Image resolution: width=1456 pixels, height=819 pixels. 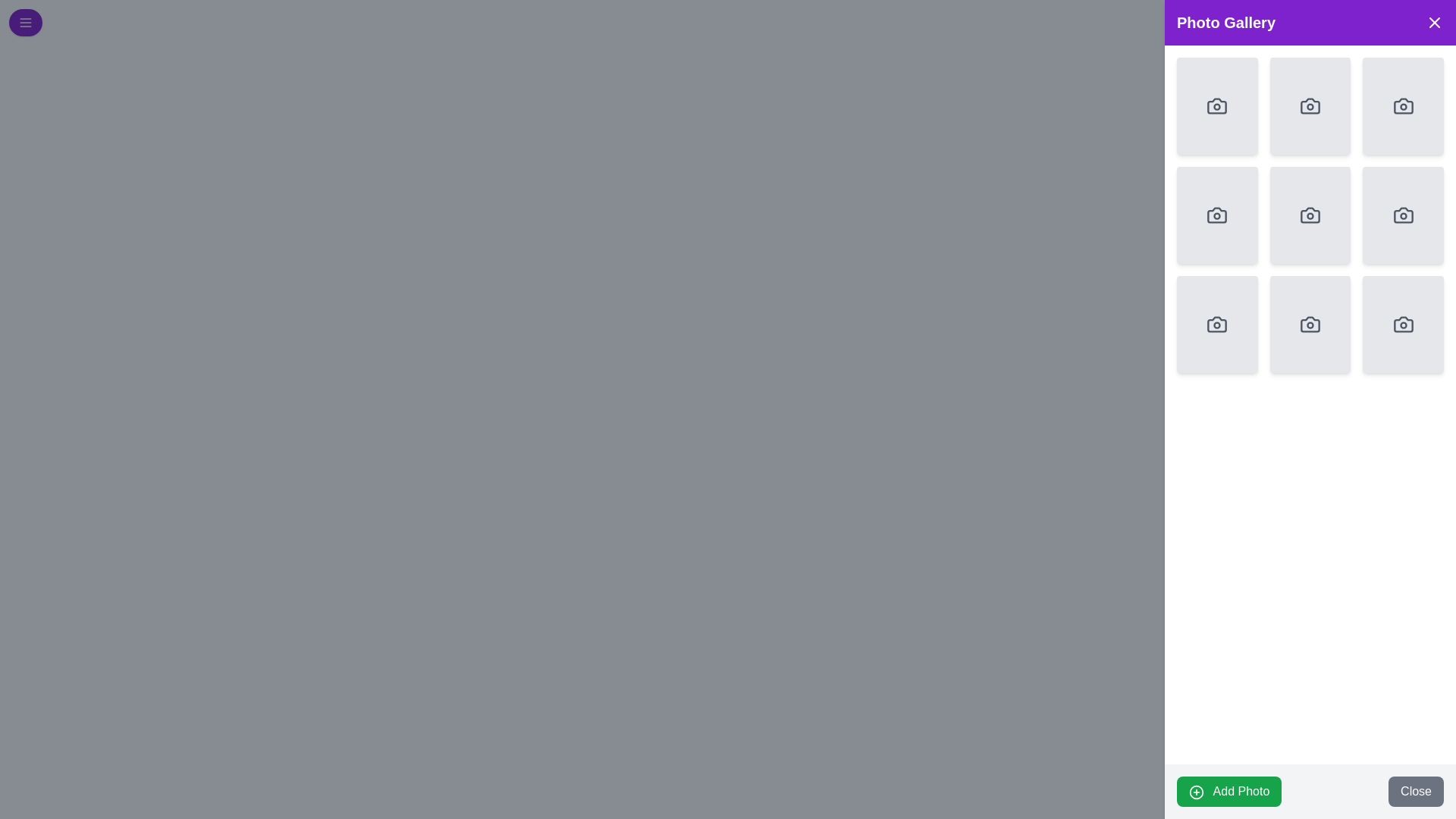 I want to click on the camera icon located in the top-left corner of the grid layout within the 'Photo Gallery' modal window, so click(x=1217, y=105).